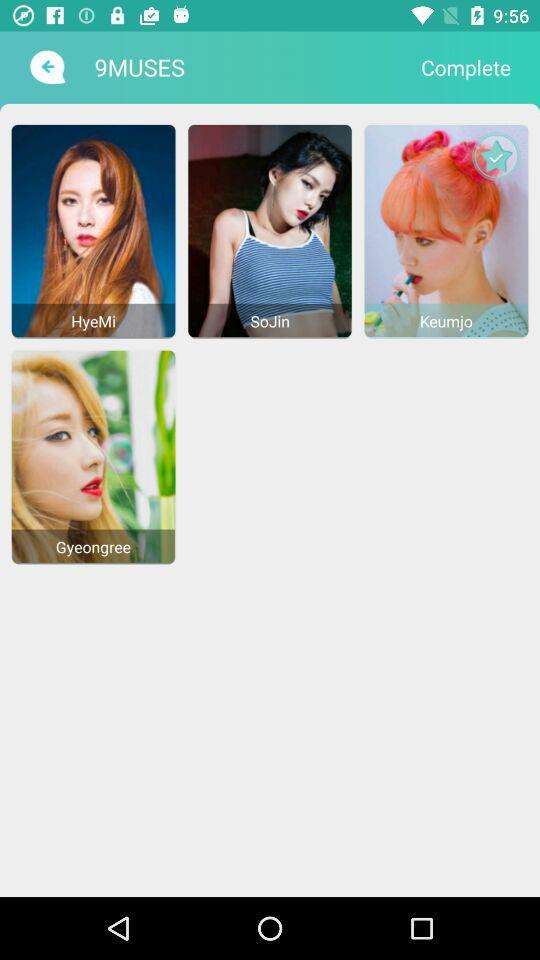 The image size is (540, 960). I want to click on the item next to 9muses icon, so click(45, 67).